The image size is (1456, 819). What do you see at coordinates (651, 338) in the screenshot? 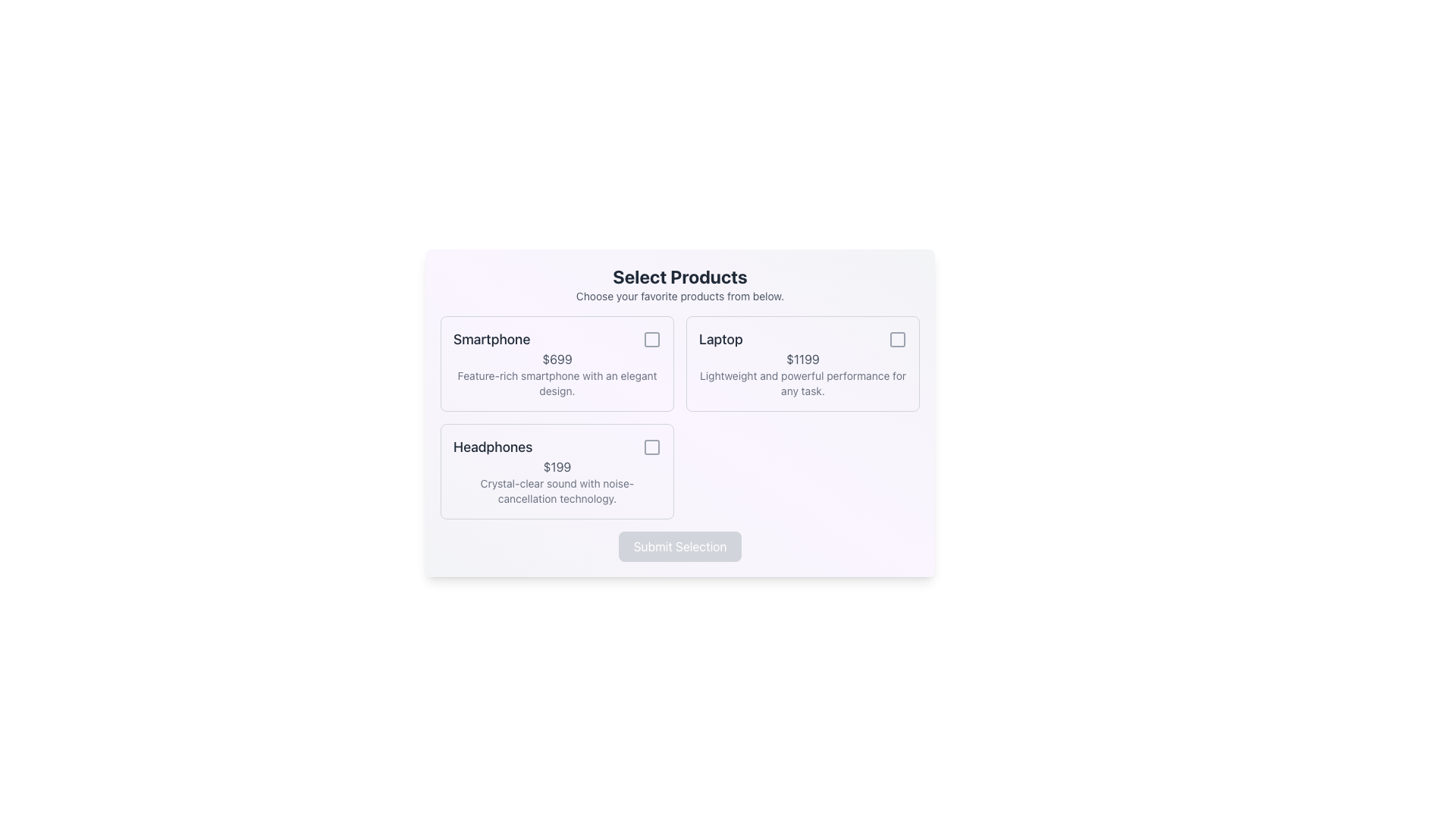
I see `the square-shaped checkbox icon located next to the 'Smartphone' product label` at bounding box center [651, 338].